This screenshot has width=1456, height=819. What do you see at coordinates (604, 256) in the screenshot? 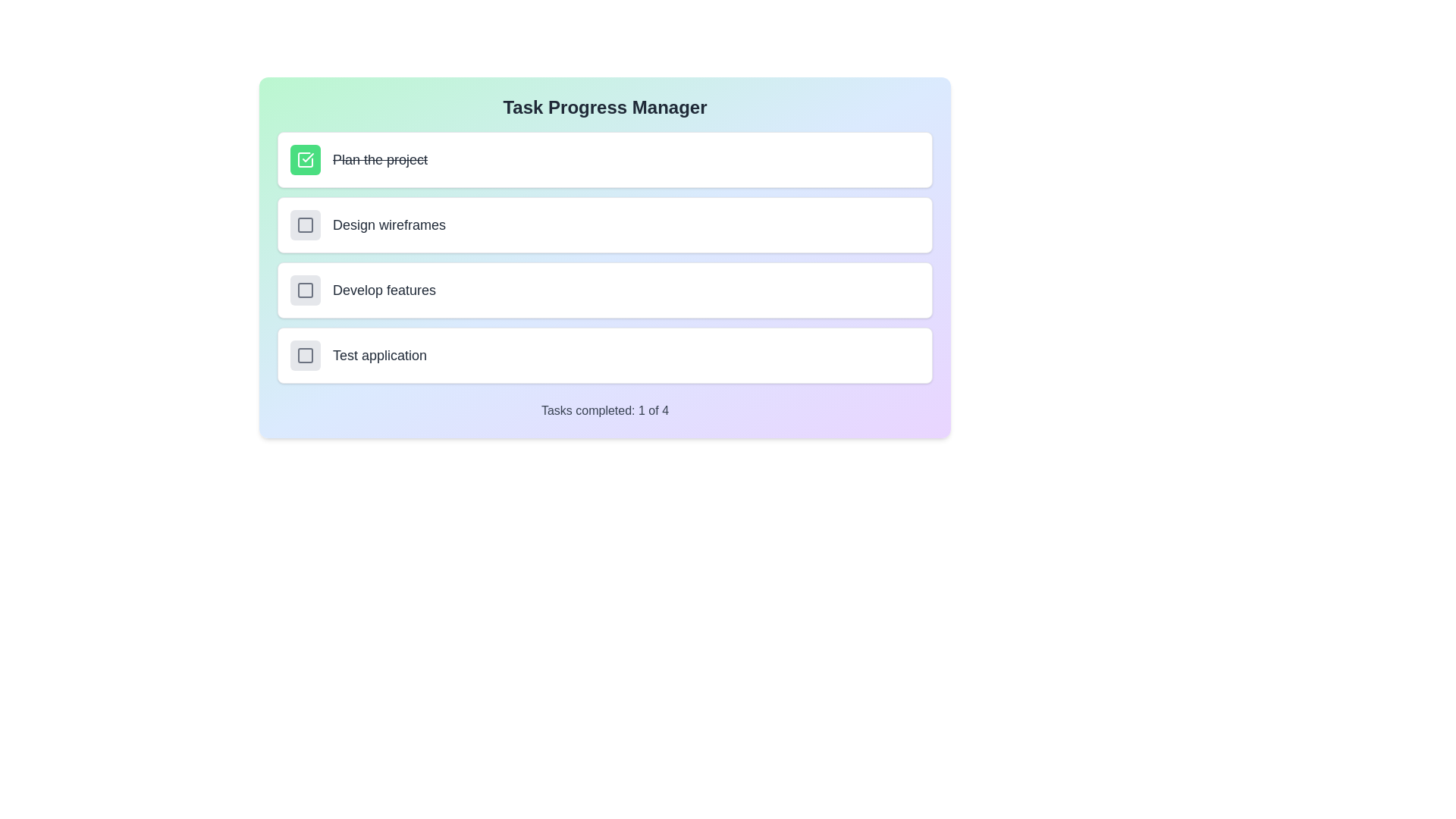
I see `an individual task within the task list displayed under the 'Task Progress Manager' heading to interact with it` at bounding box center [604, 256].